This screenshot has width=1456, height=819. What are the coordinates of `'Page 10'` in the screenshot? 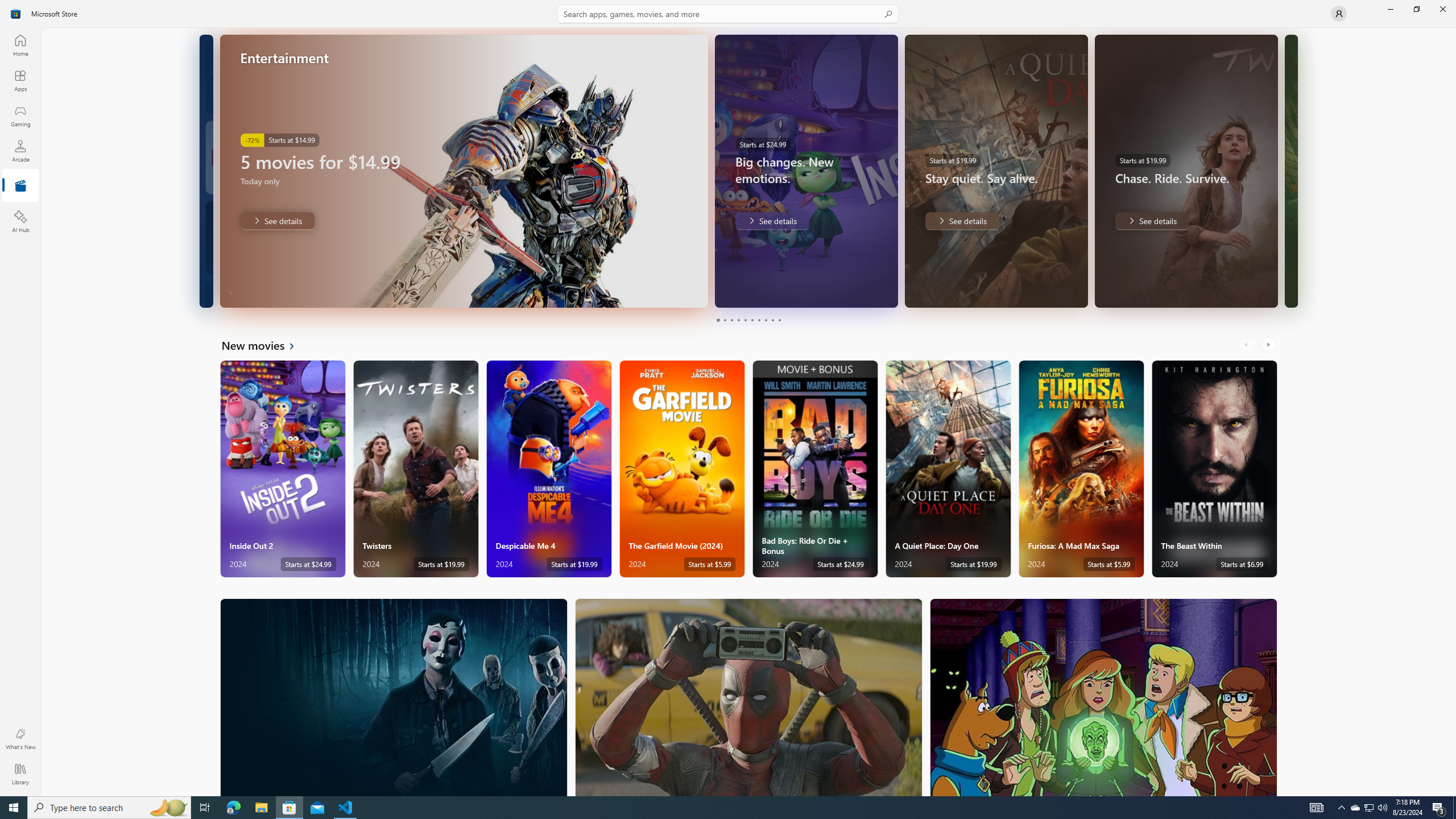 It's located at (779, 320).